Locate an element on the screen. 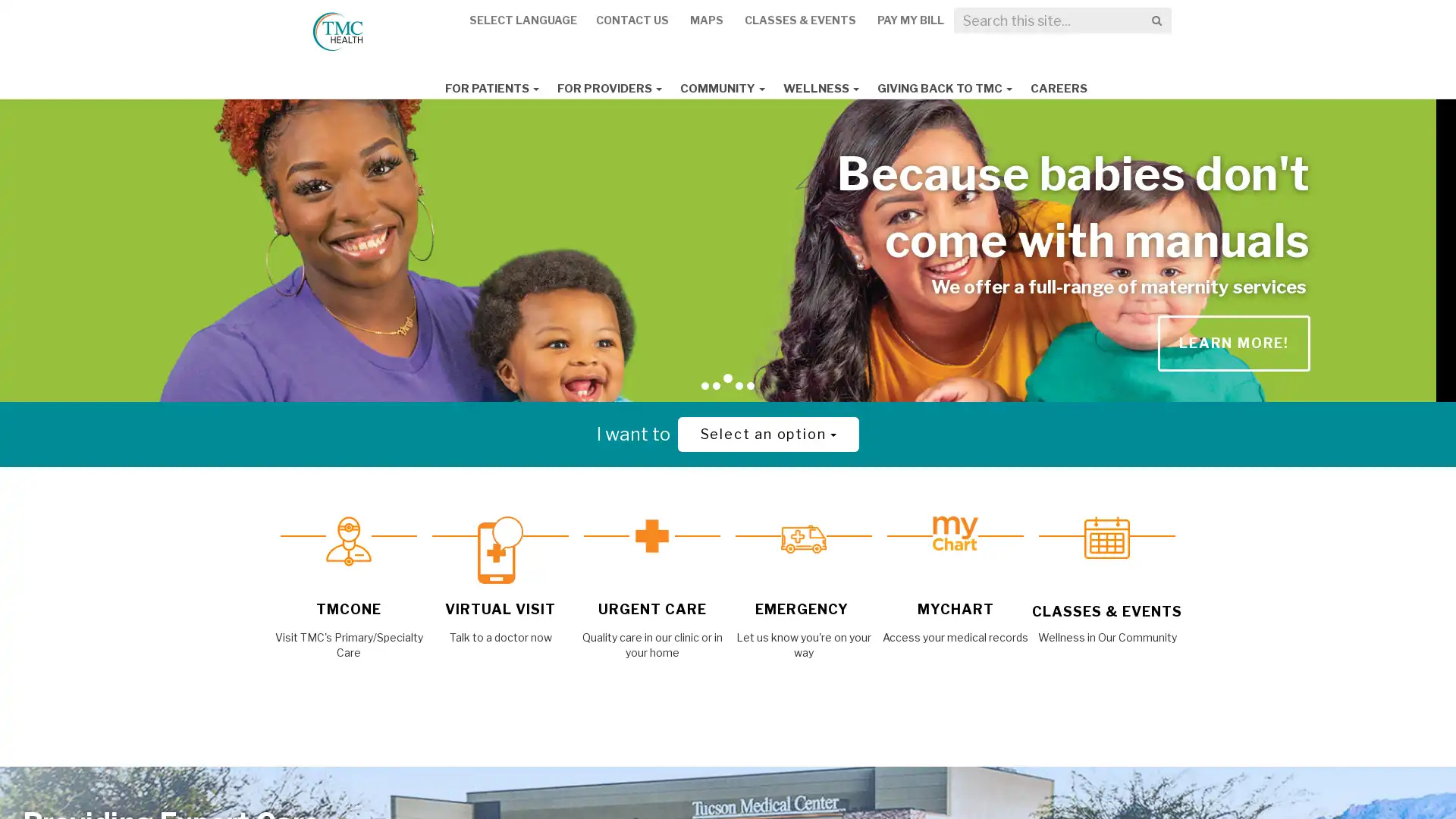 Image resolution: width=1456 pixels, height=819 pixels. Select an option is located at coordinates (767, 434).